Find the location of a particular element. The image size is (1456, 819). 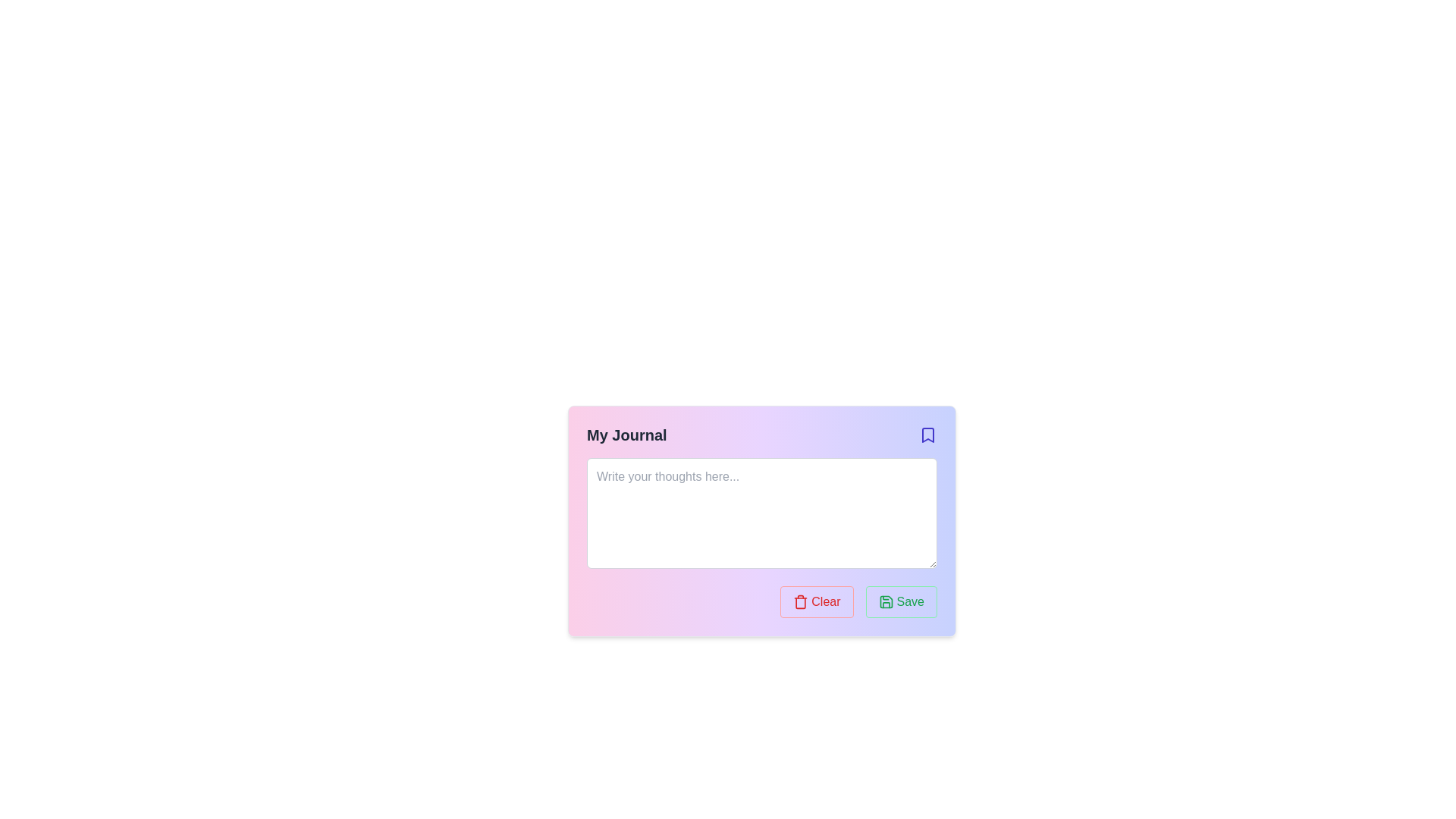

the 'Save' text label within the button located at the bottom-right corner of the journal interface is located at coordinates (910, 601).